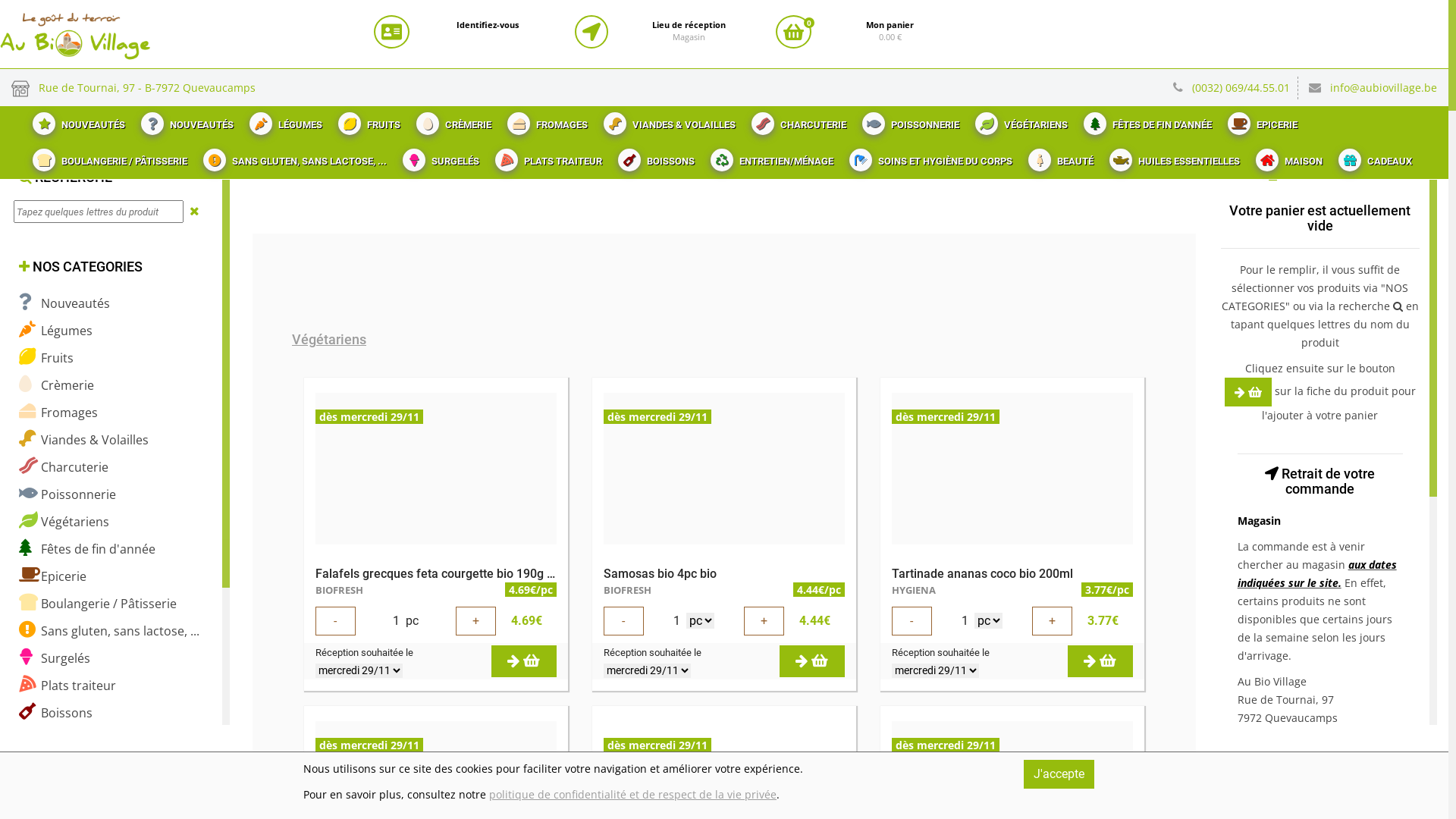  Describe the element at coordinates (1051, 620) in the screenshot. I see `'+'` at that location.